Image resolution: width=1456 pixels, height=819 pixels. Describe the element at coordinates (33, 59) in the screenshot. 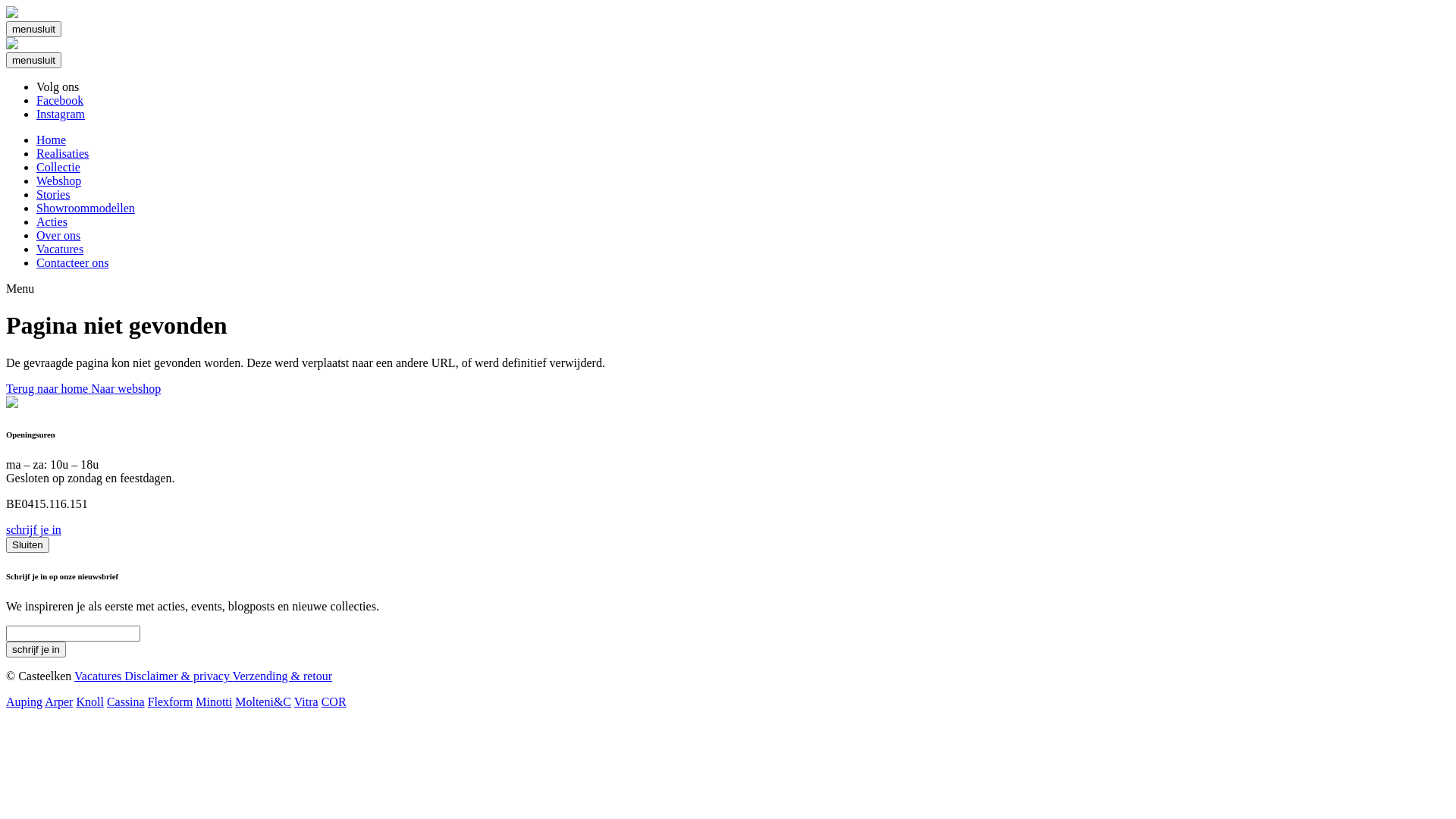

I see `'menusluit'` at that location.